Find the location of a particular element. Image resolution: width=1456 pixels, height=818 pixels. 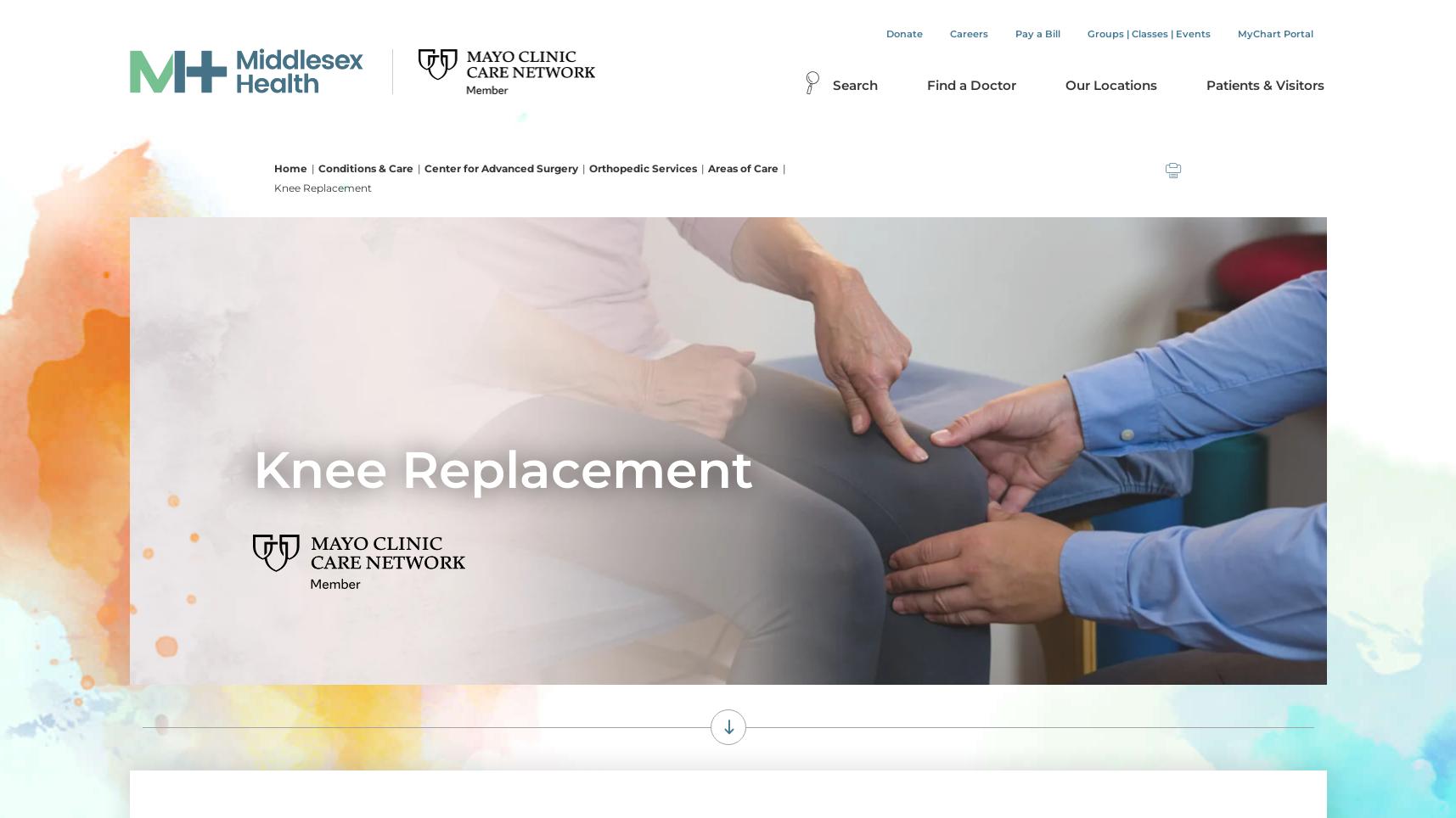

'Groups | Classes | Events' is located at coordinates (1148, 33).